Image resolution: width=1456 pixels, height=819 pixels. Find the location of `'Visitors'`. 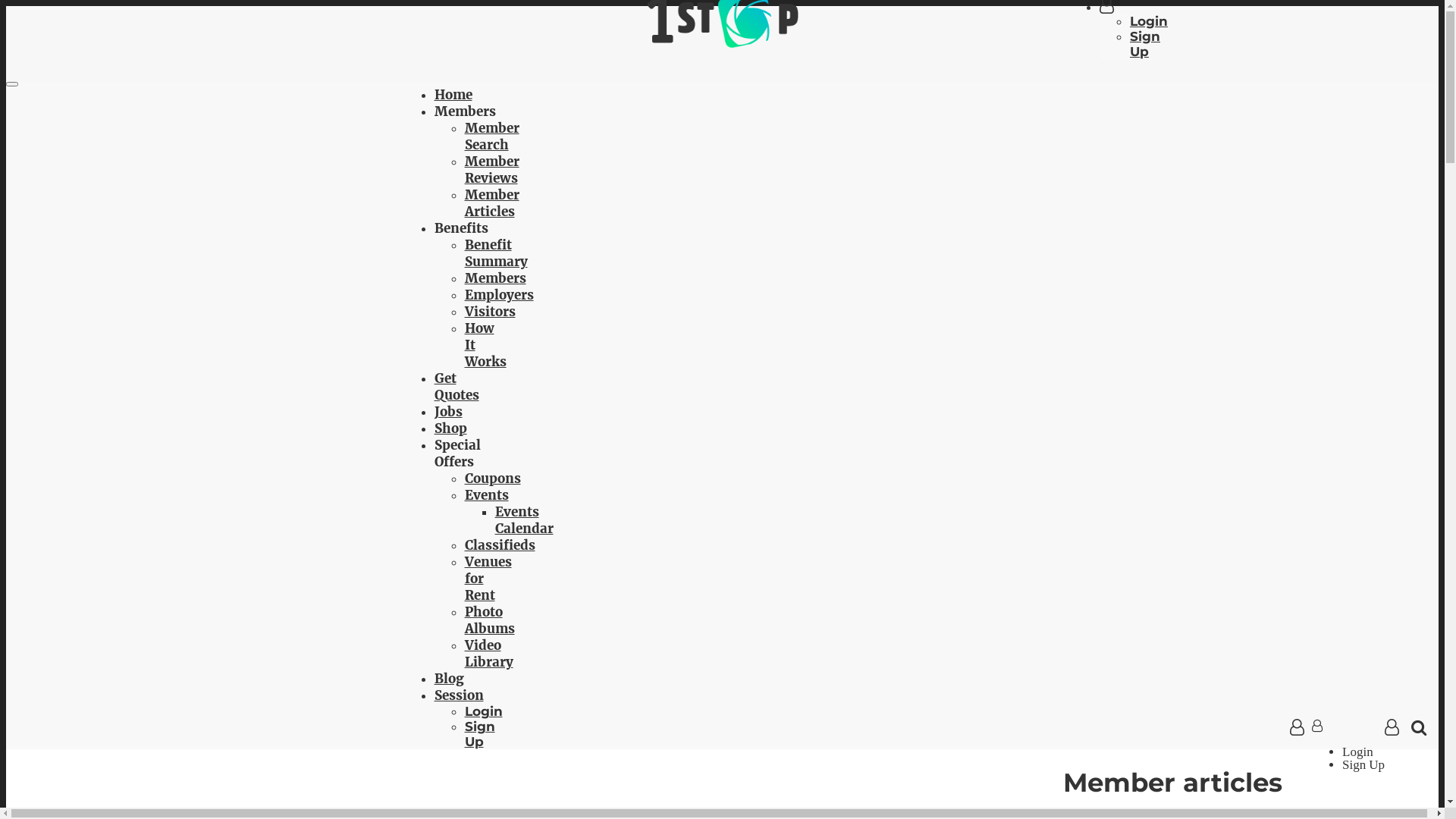

'Visitors' is located at coordinates (489, 311).